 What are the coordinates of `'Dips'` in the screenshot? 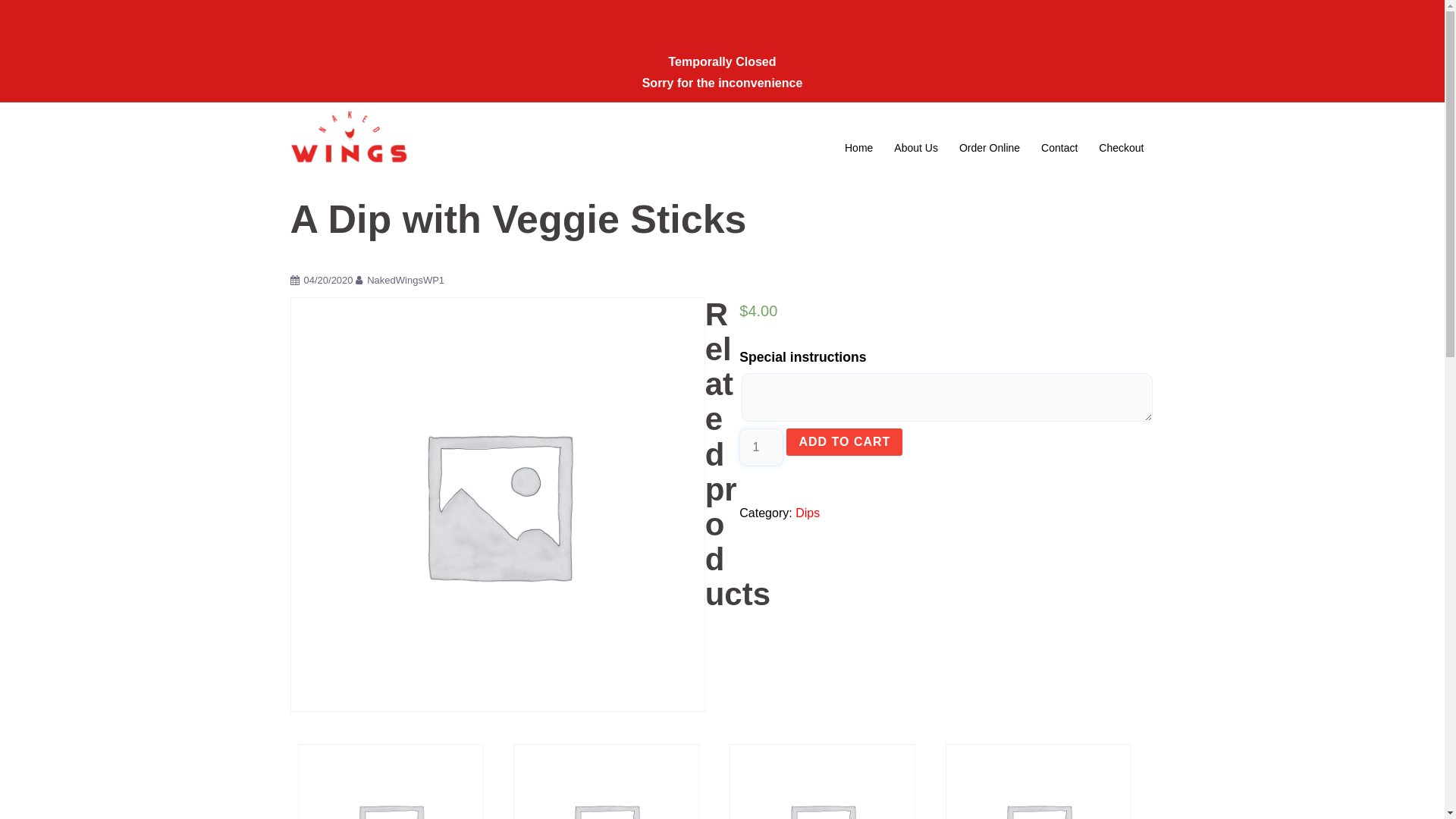 It's located at (807, 512).